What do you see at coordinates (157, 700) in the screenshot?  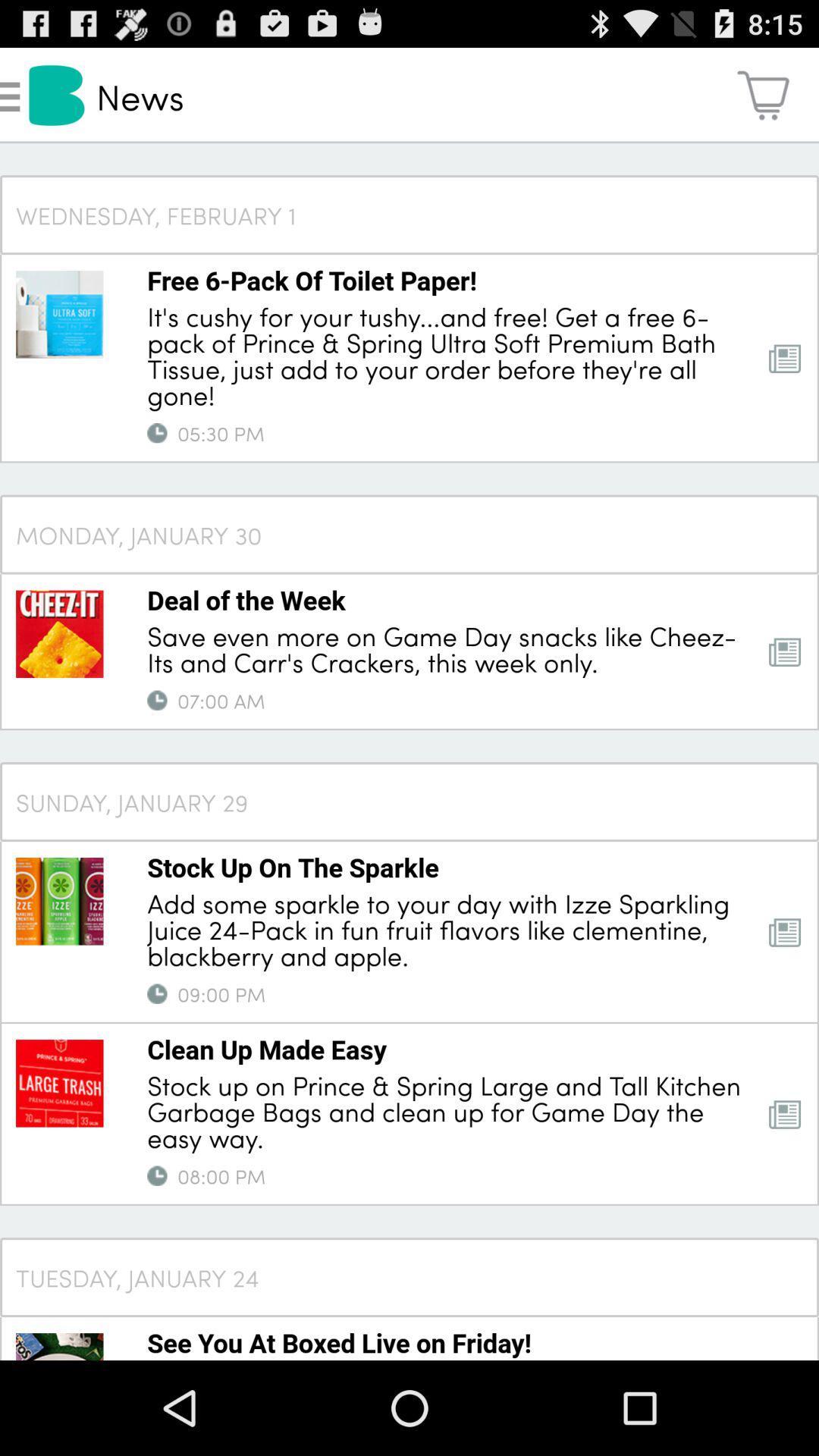 I see `item to the left of the 07:00 am item` at bounding box center [157, 700].